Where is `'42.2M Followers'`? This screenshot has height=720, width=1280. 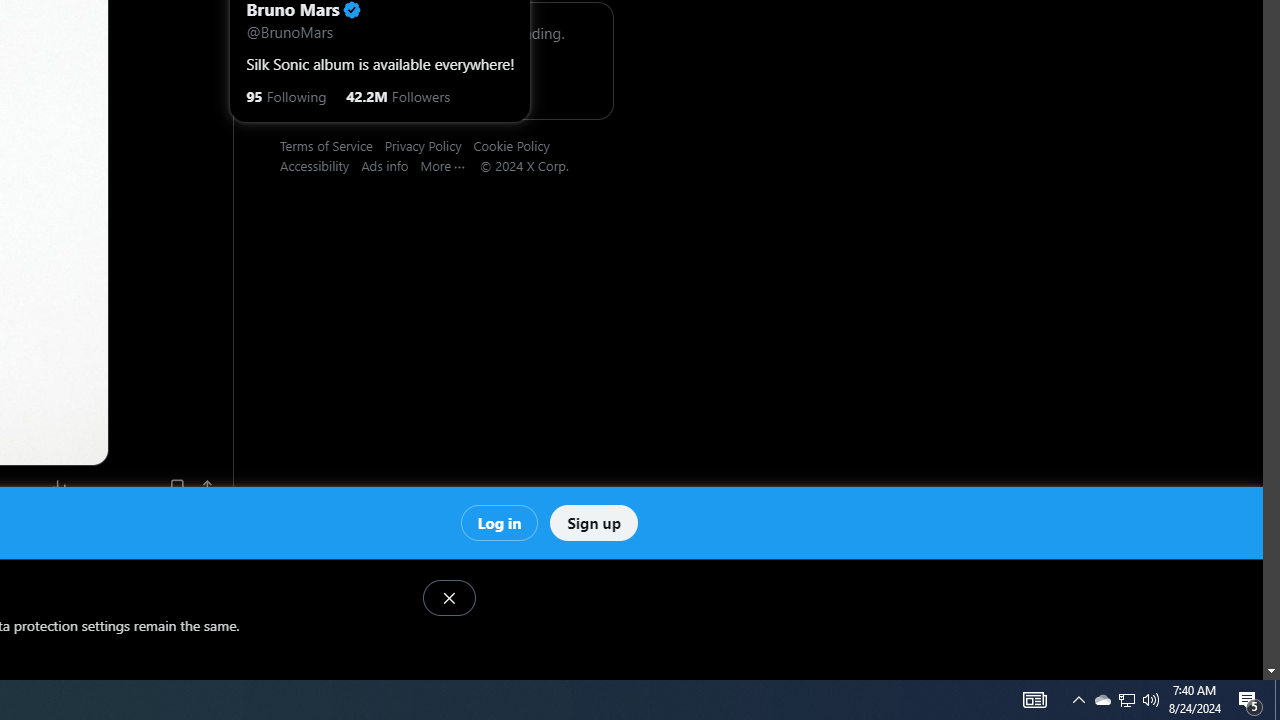
'42.2M Followers' is located at coordinates (398, 95).